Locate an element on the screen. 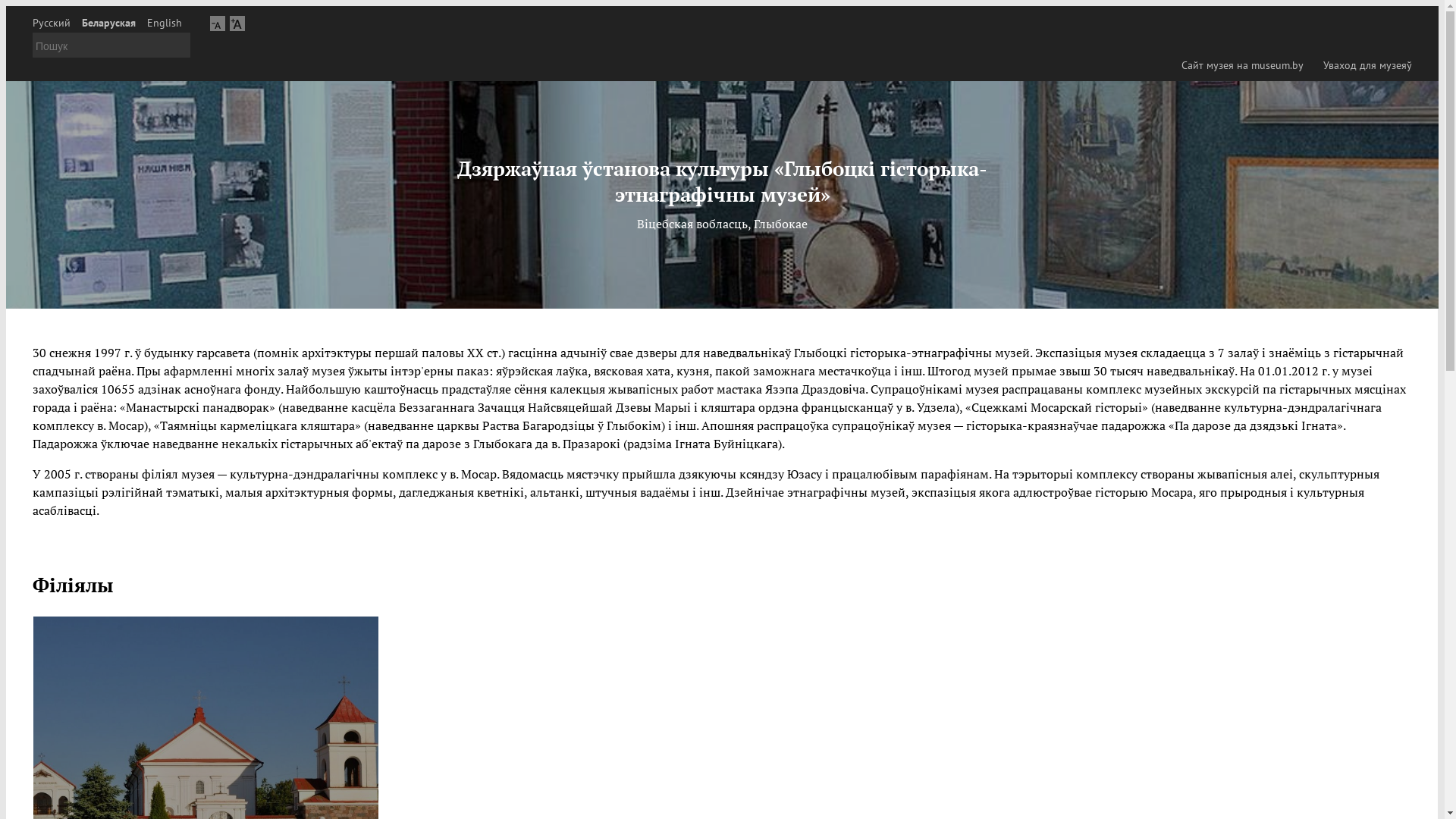  'A' is located at coordinates (217, 23).